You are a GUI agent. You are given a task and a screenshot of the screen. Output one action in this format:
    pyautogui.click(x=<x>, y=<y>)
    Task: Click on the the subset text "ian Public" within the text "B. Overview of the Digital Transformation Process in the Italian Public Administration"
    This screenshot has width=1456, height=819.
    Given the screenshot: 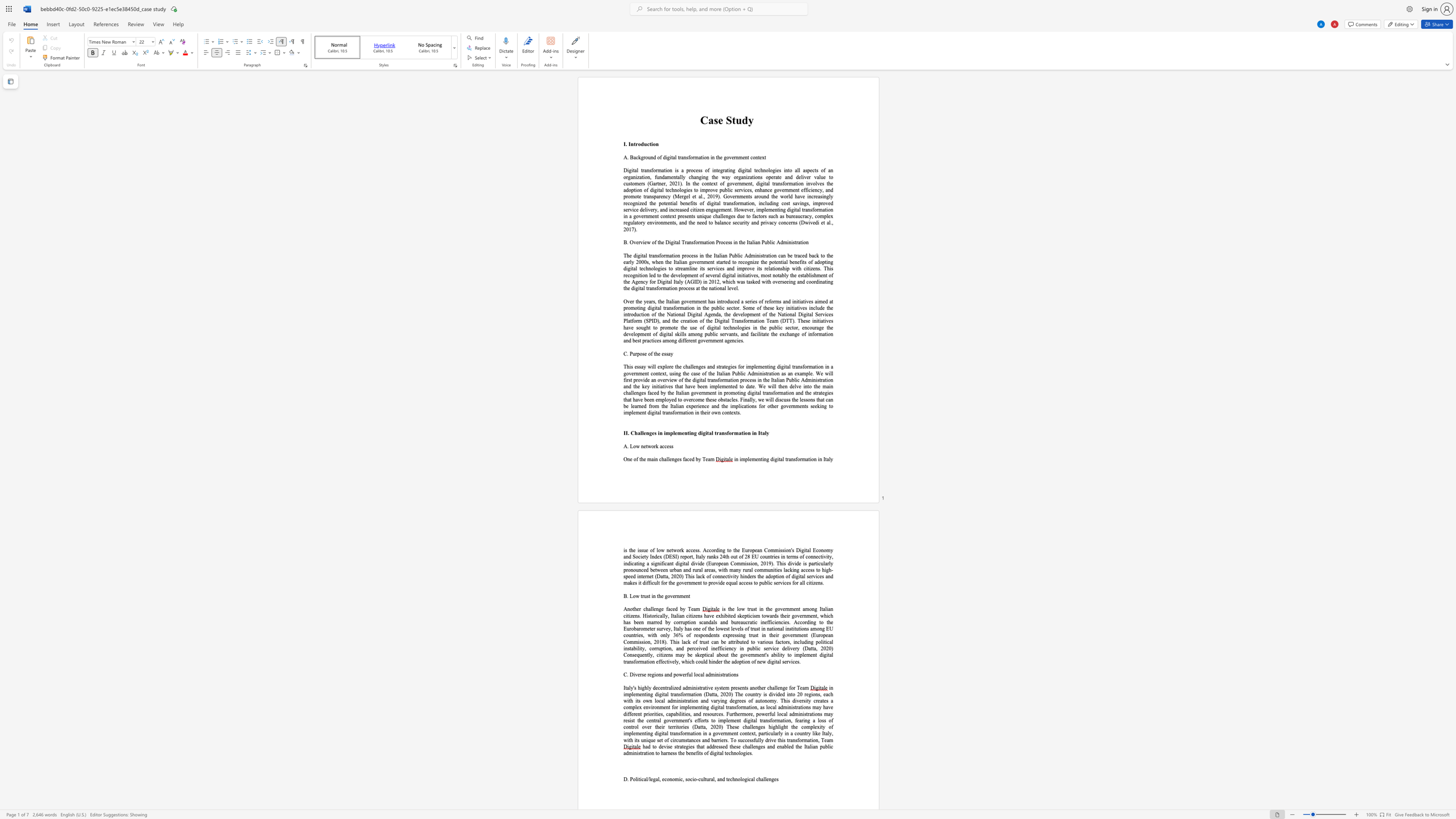 What is the action you would take?
    pyautogui.click(x=754, y=241)
    